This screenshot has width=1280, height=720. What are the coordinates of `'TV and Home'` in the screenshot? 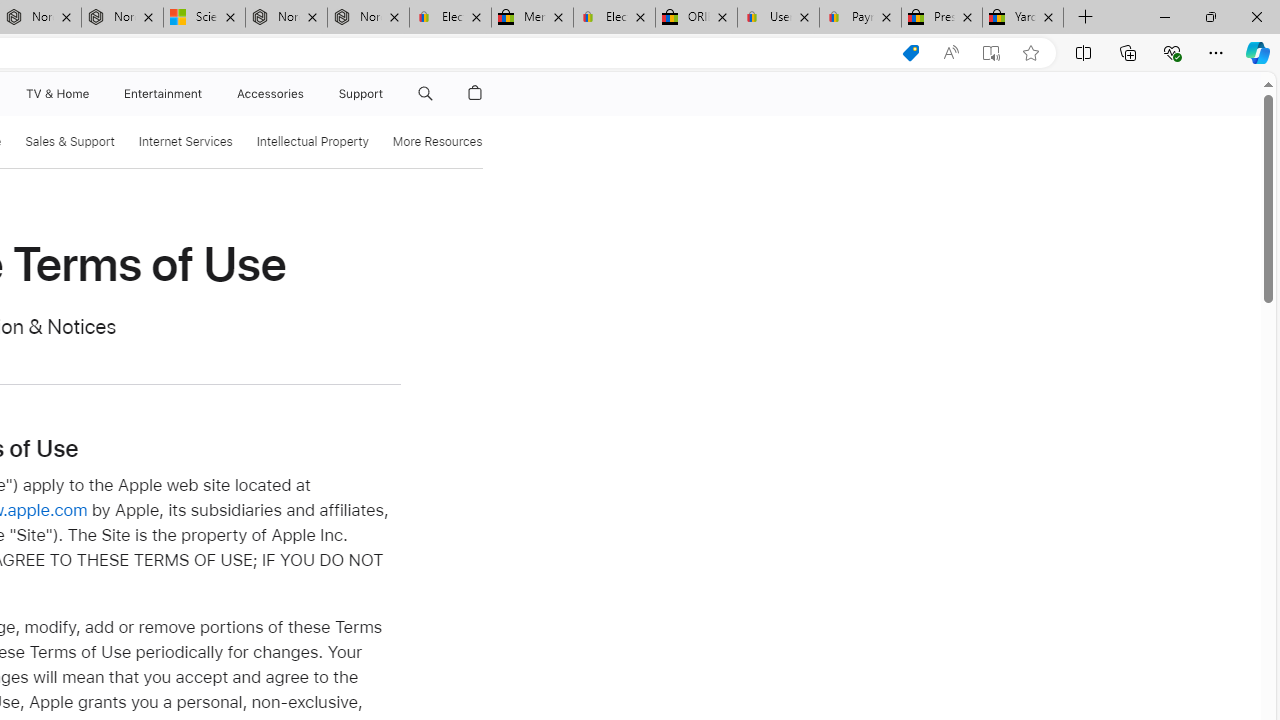 It's located at (56, 93).